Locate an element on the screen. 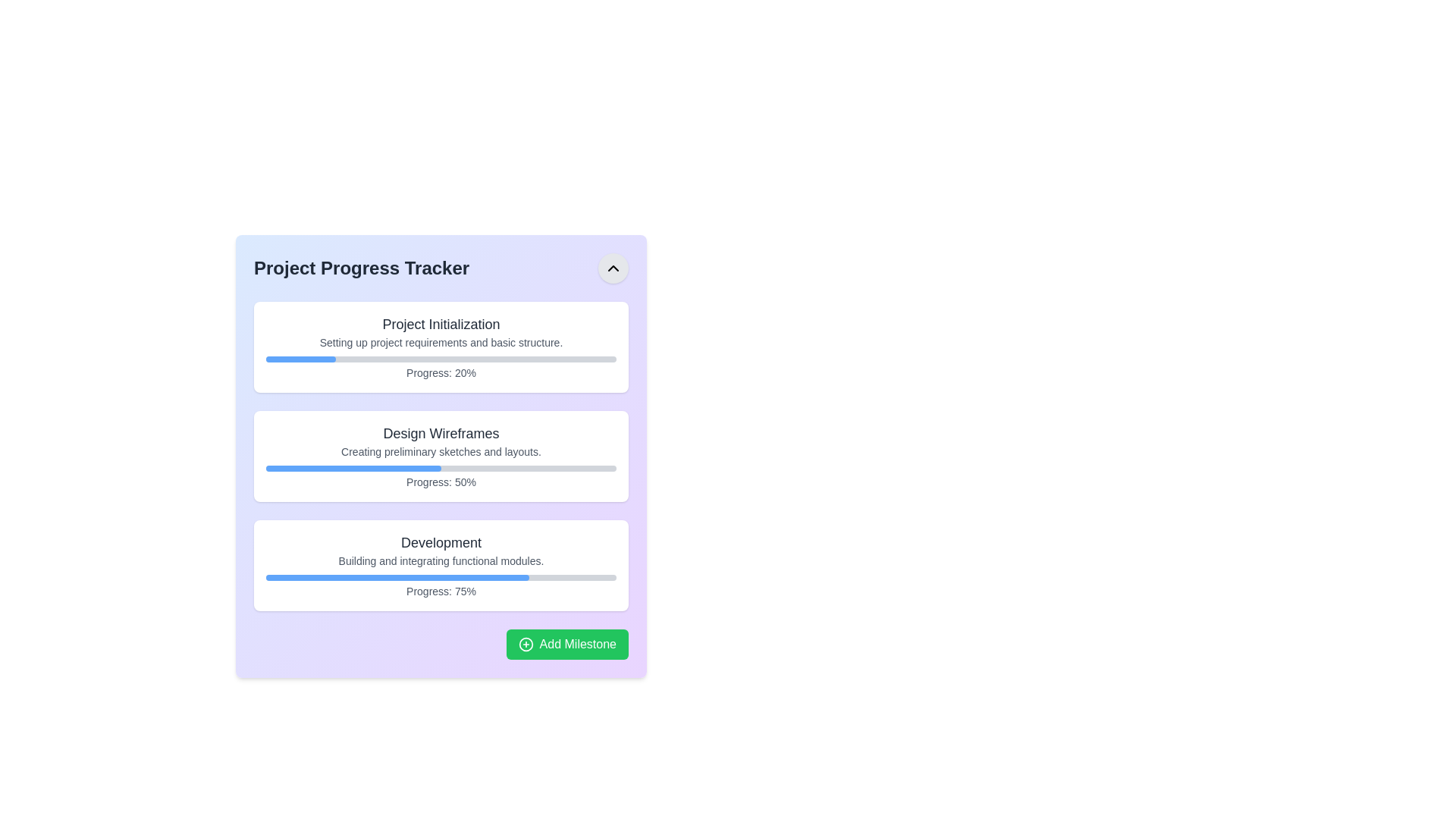 The image size is (1456, 819). the upward-pointing chevron icon within the rounded button at the top-right corner of the 'Project Progress Tracker' card is located at coordinates (613, 268).